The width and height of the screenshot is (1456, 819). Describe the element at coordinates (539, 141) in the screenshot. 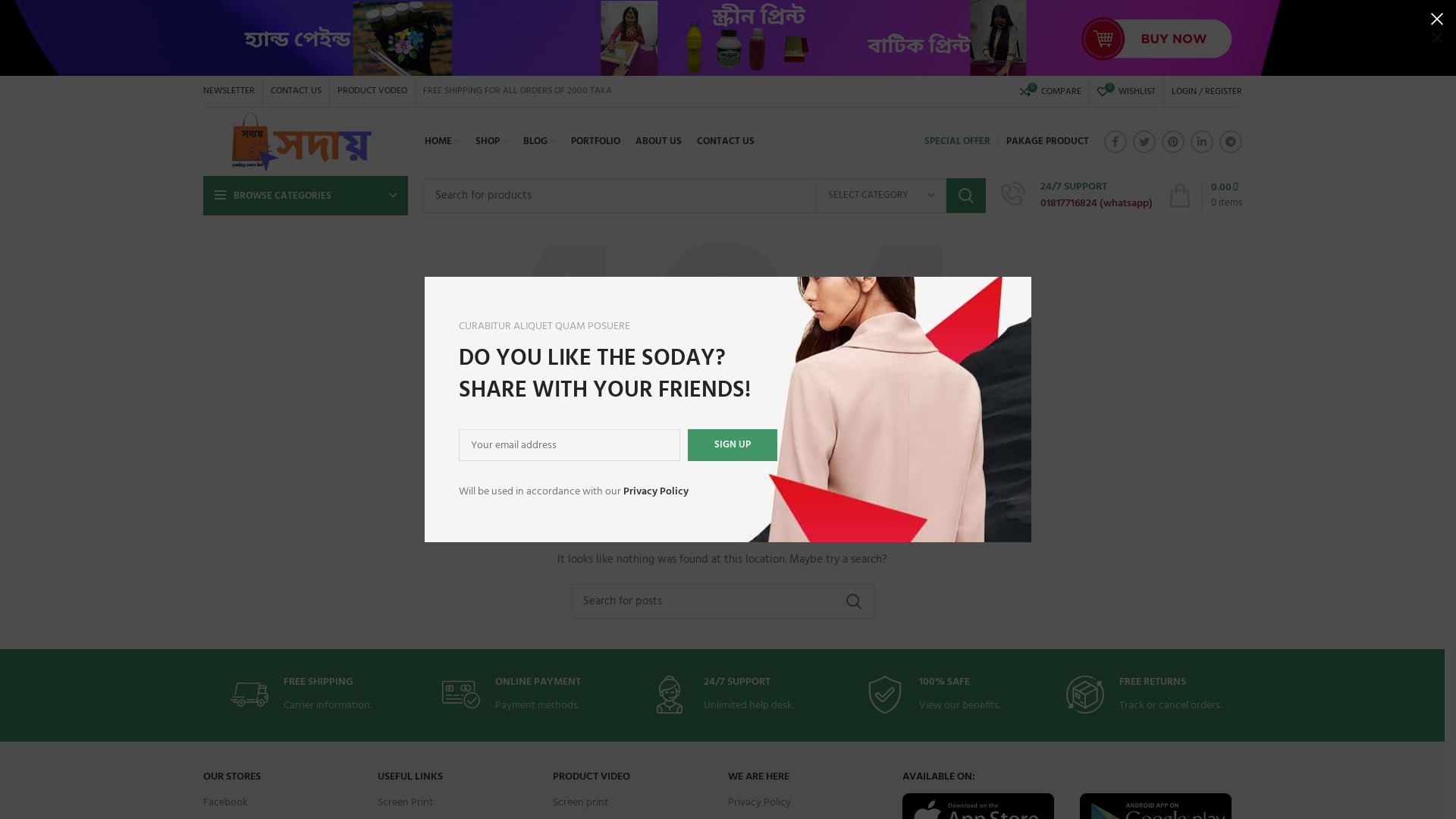

I see `'BLOG'` at that location.